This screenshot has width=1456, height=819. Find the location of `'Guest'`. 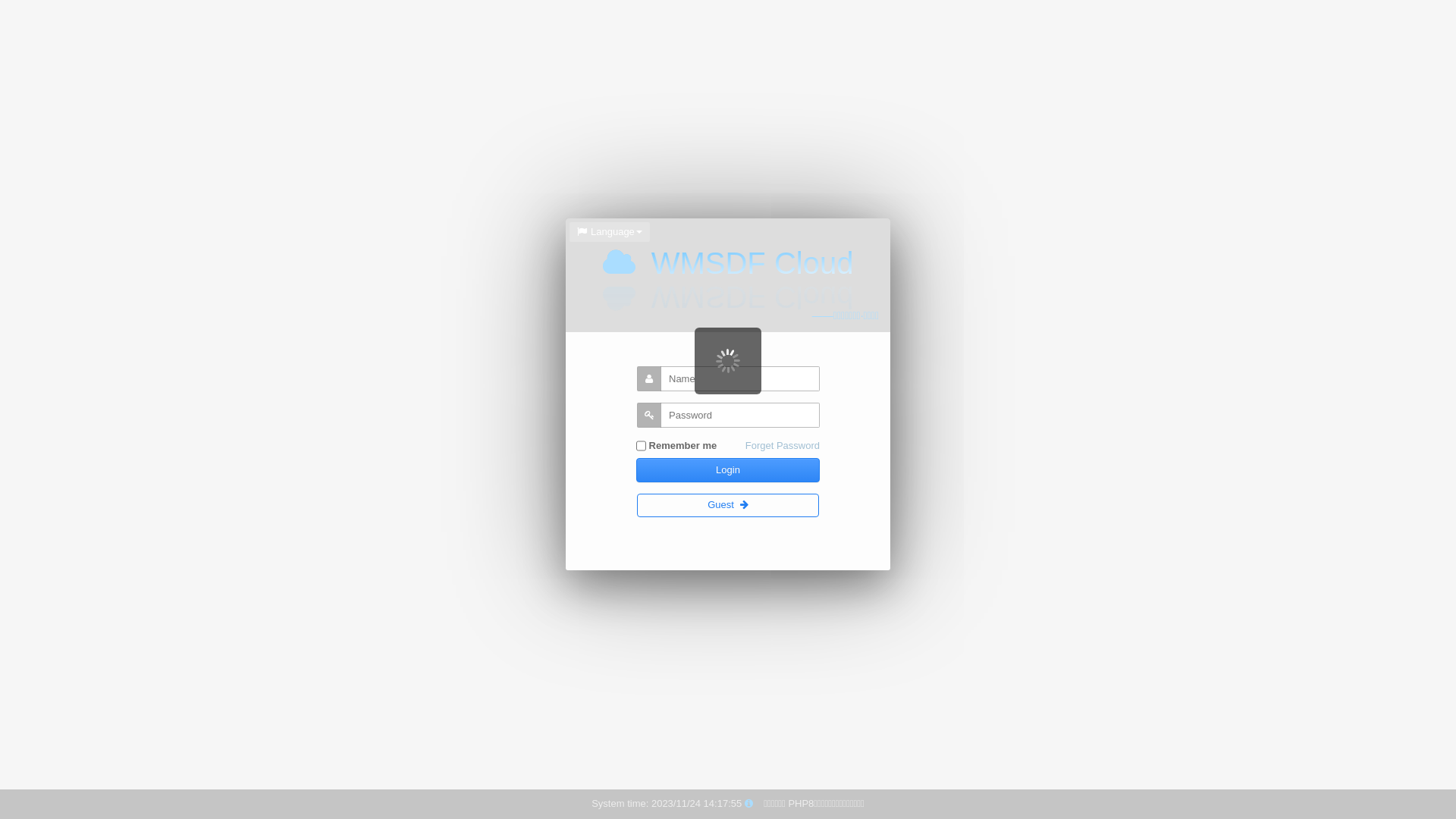

'Guest' is located at coordinates (728, 505).